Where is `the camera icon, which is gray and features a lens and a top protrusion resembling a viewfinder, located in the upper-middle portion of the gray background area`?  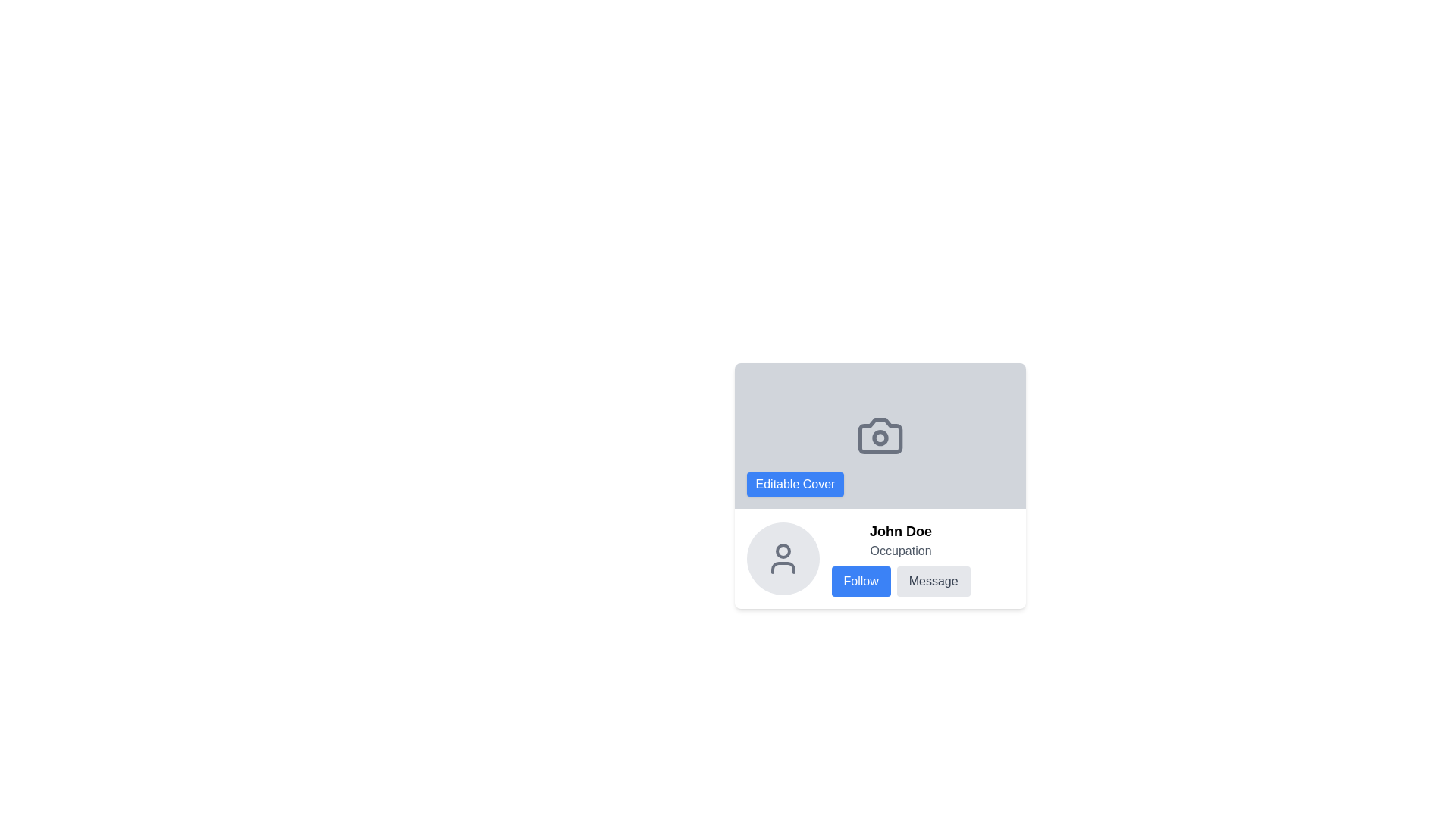
the camera icon, which is gray and features a lens and a top protrusion resembling a viewfinder, located in the upper-middle portion of the gray background area is located at coordinates (880, 435).